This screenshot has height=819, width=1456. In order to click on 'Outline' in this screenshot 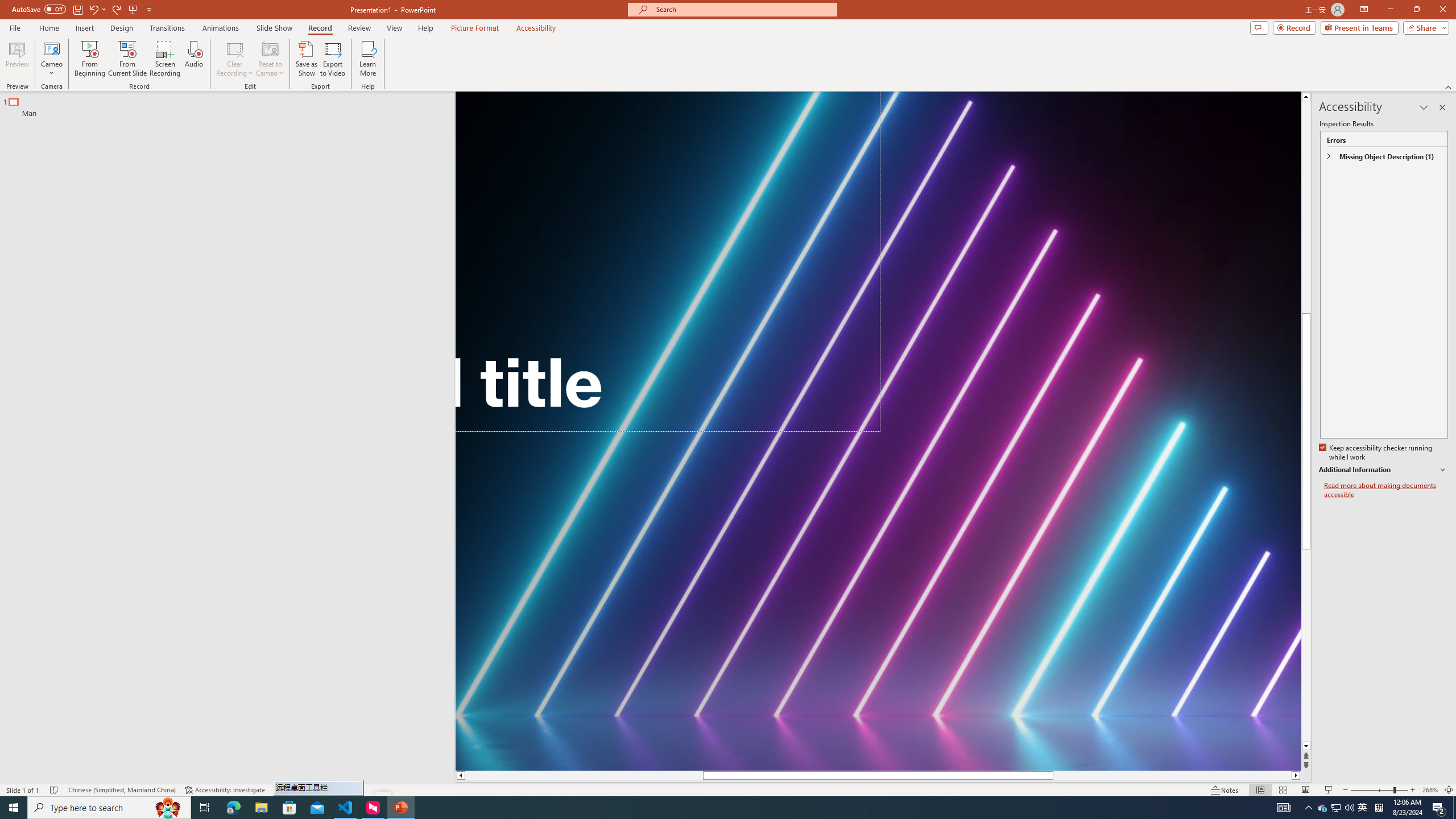, I will do `click(231, 104)`.